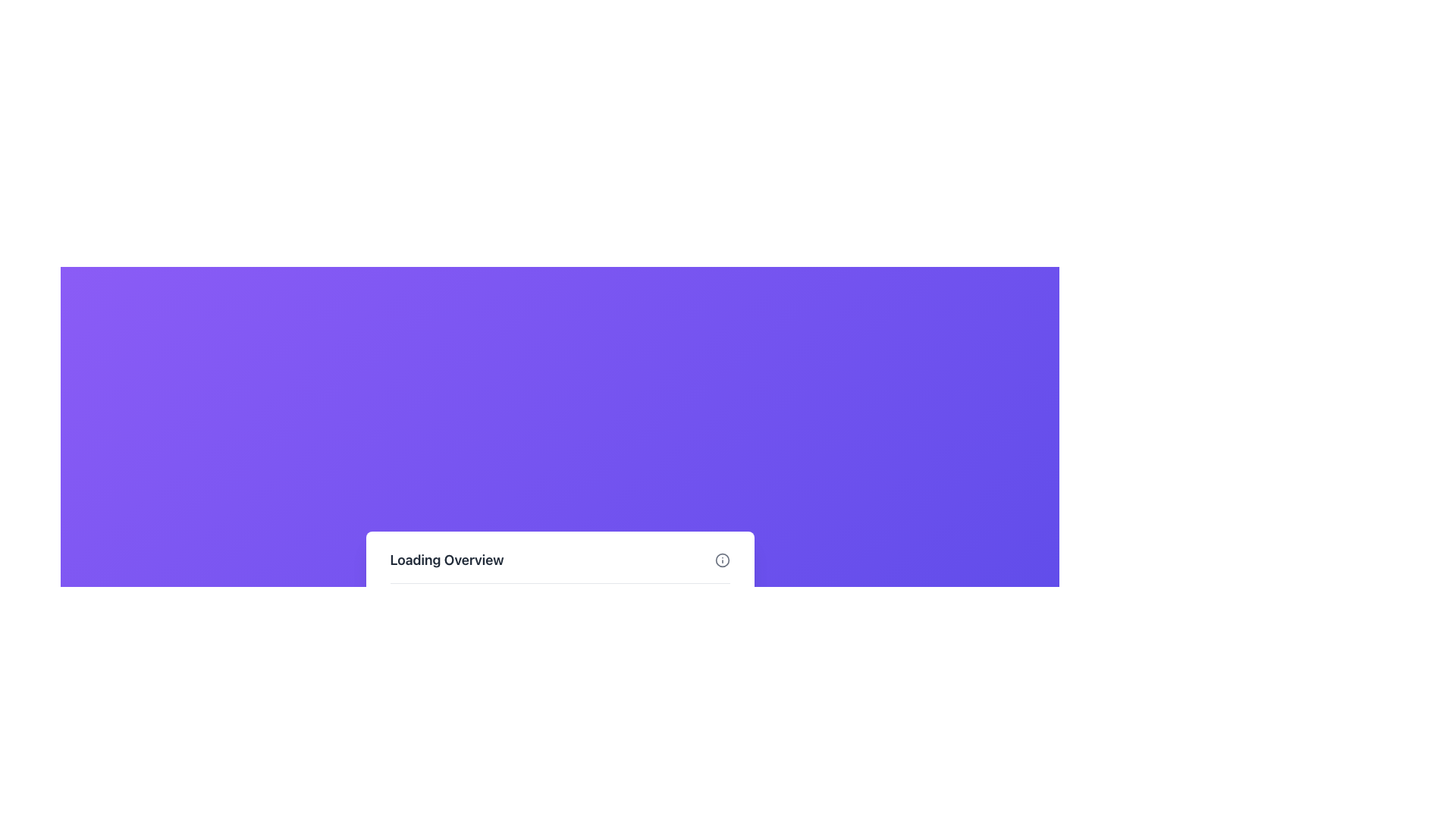 This screenshot has height=819, width=1456. Describe the element at coordinates (721, 560) in the screenshot. I see `the graphical decoration (circle) within the SVG-based information icon located to the far right of the 'Loading Overview' card` at that location.